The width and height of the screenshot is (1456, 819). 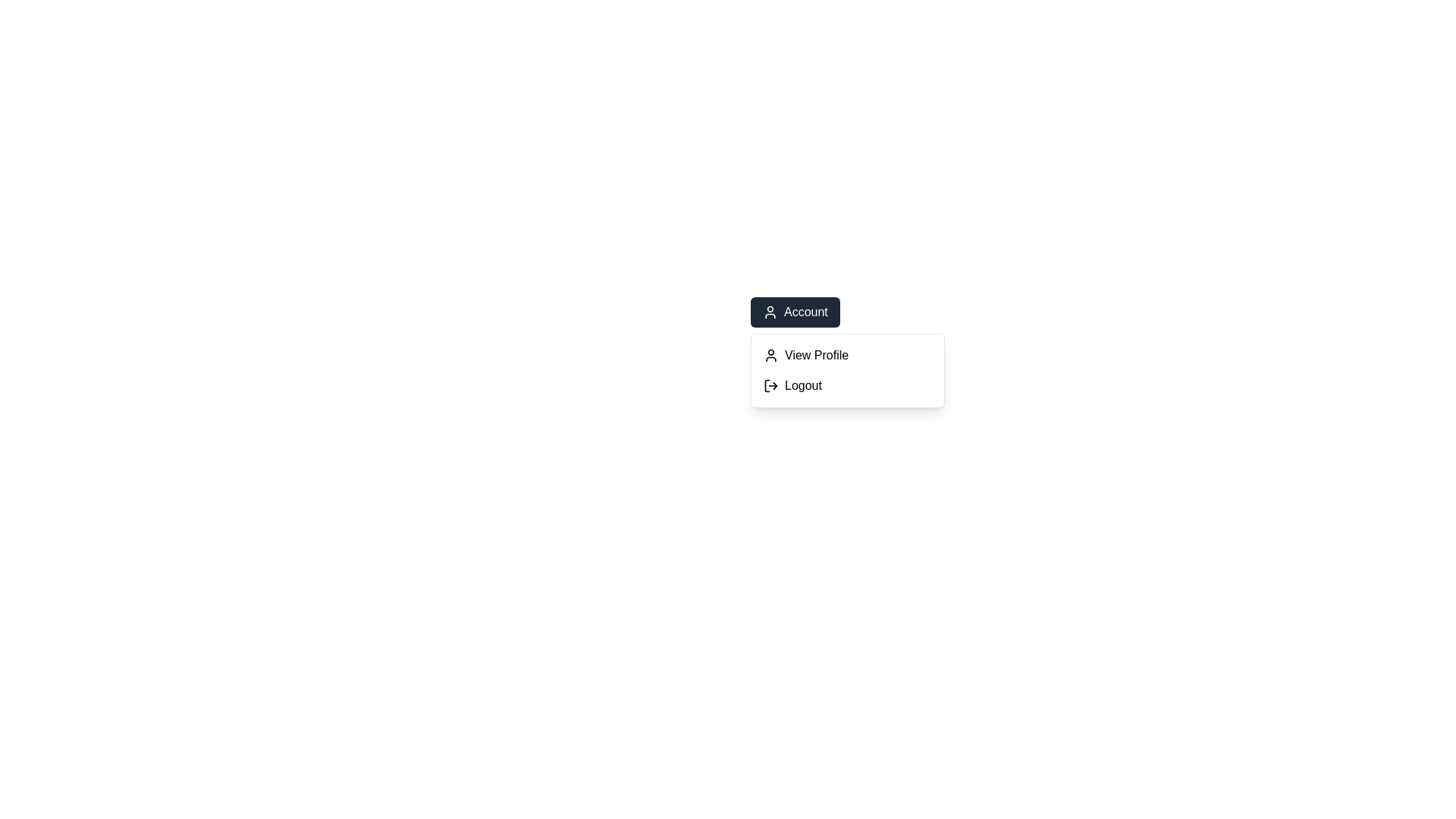 What do you see at coordinates (770, 312) in the screenshot?
I see `the User Icon (vector graphic) that signifies user-related actions, positioned to the left of the 'Account' text` at bounding box center [770, 312].